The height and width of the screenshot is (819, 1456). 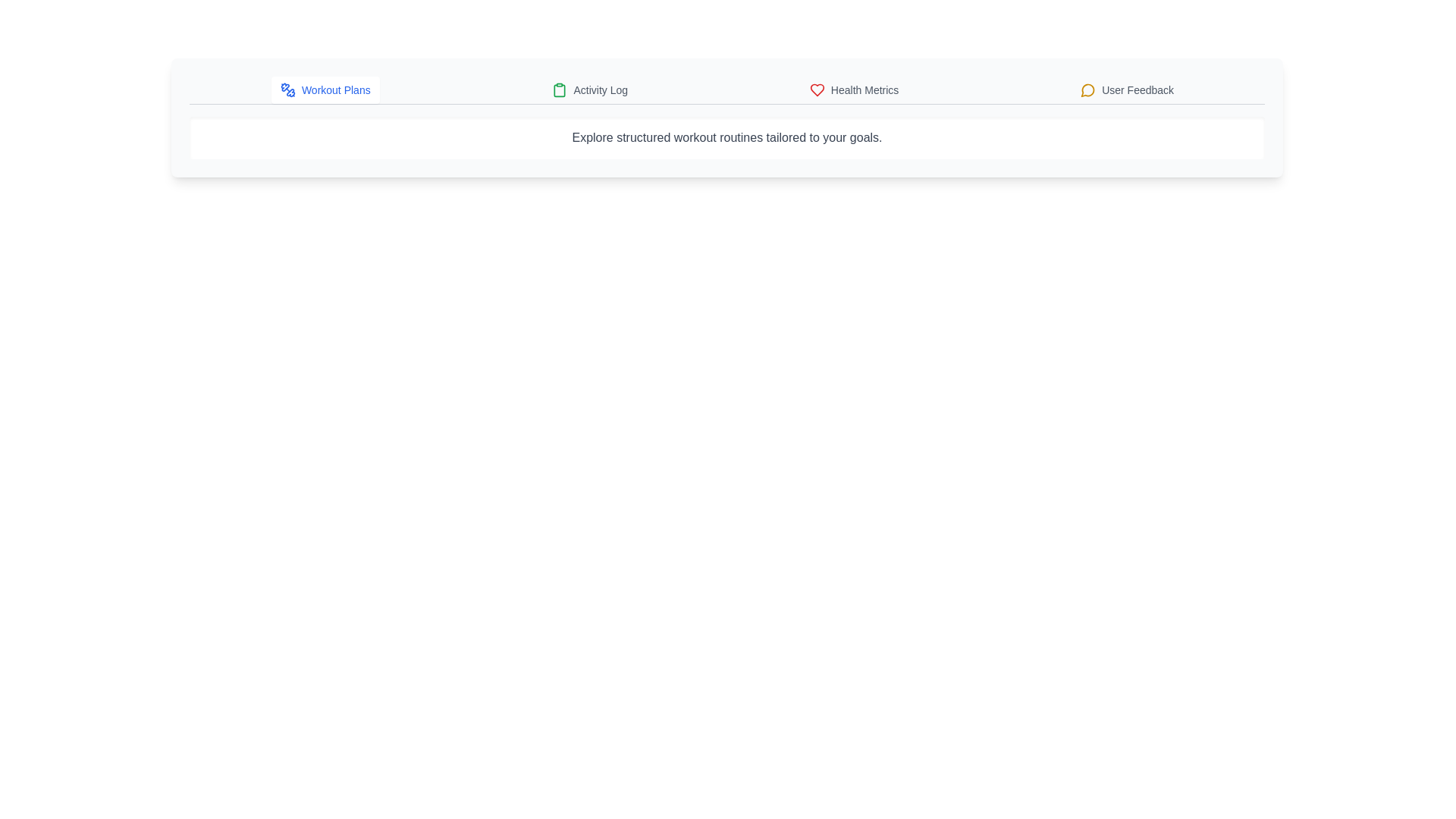 What do you see at coordinates (589, 90) in the screenshot?
I see `the 'Activity Log' button, which is the second tab in the navigation bar` at bounding box center [589, 90].